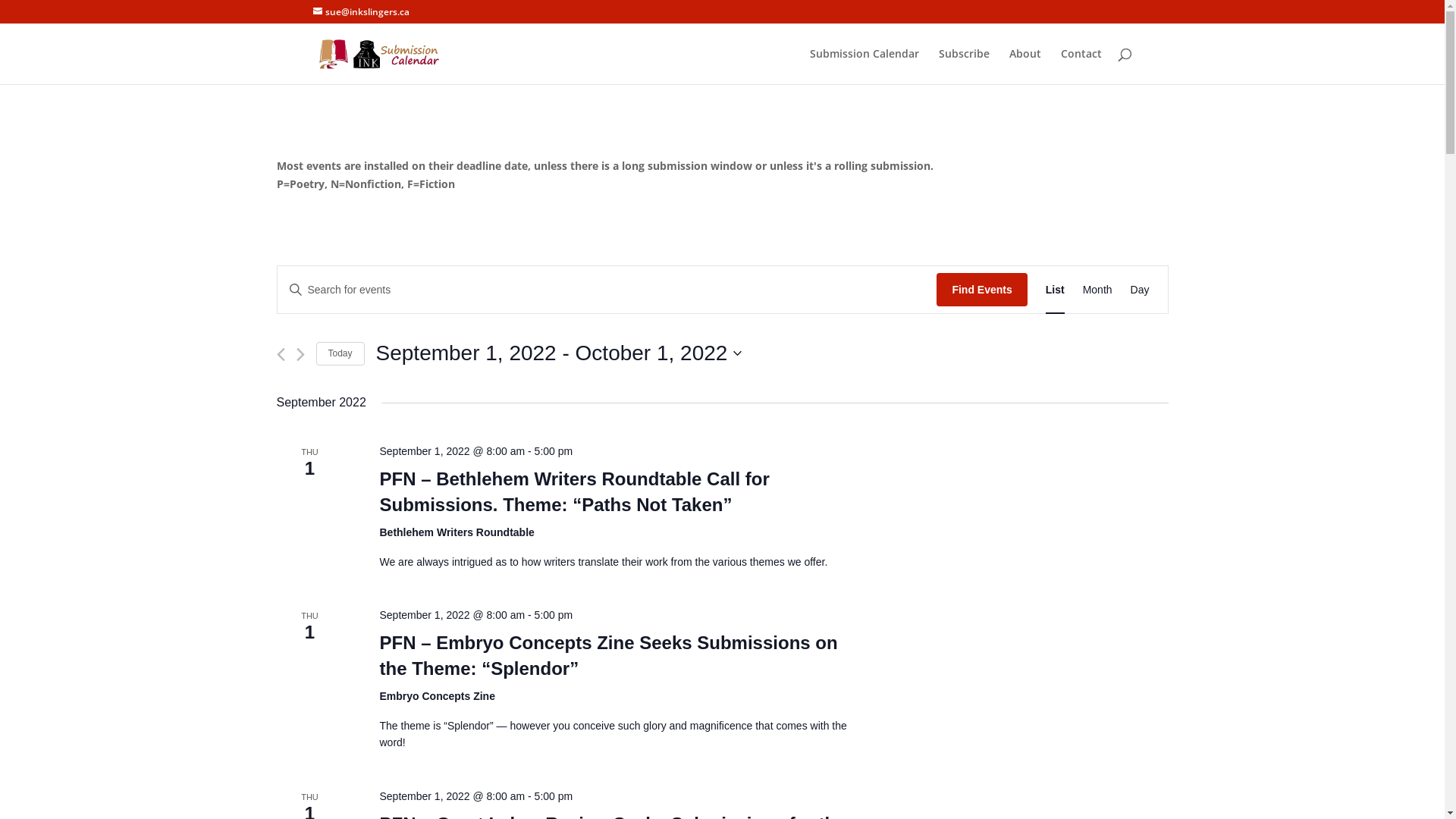 Image resolution: width=1456 pixels, height=819 pixels. Describe the element at coordinates (312, 11) in the screenshot. I see `'sue@inkslingers.ca'` at that location.